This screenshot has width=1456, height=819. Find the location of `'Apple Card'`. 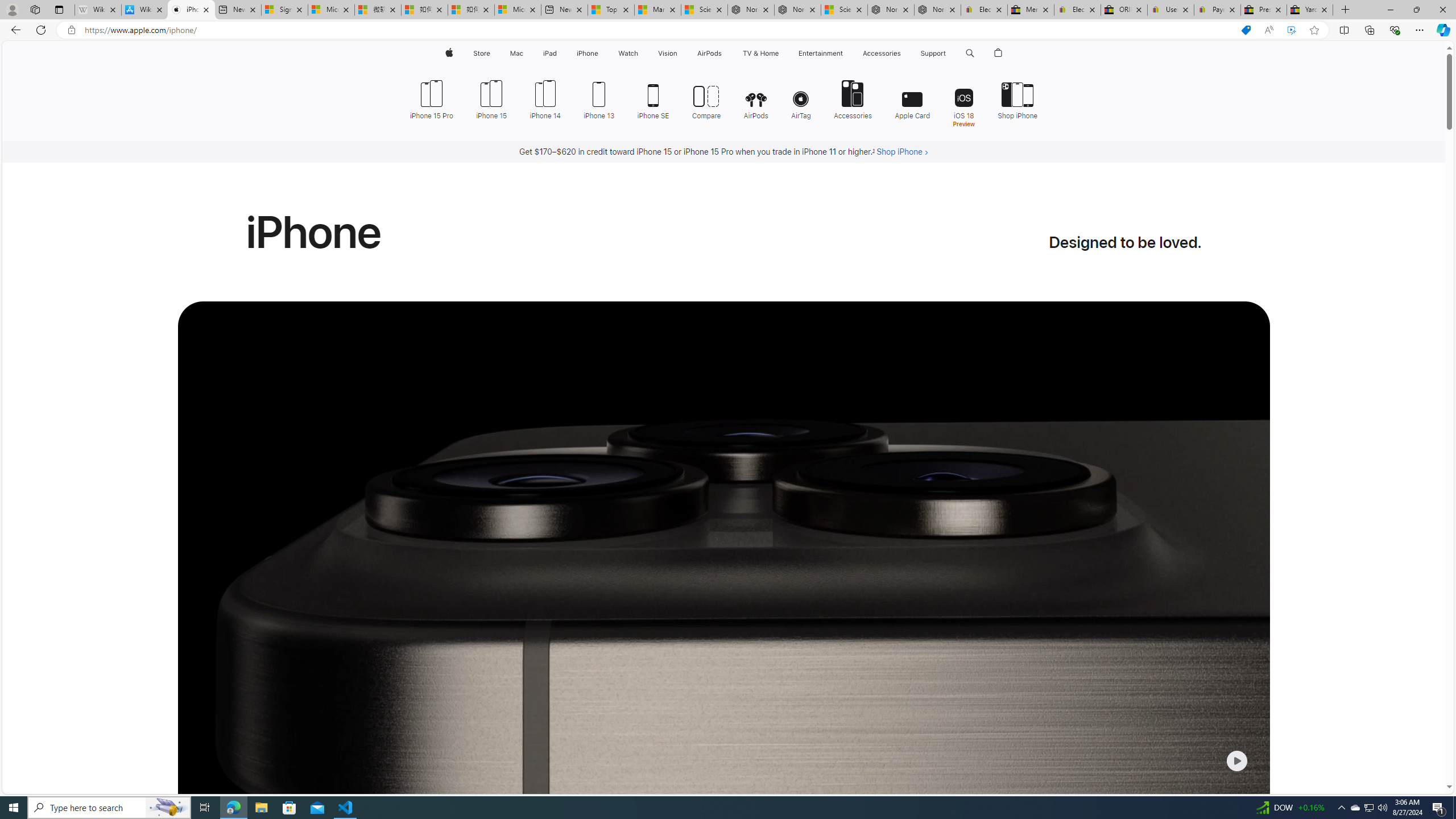

'Apple Card' is located at coordinates (911, 98).